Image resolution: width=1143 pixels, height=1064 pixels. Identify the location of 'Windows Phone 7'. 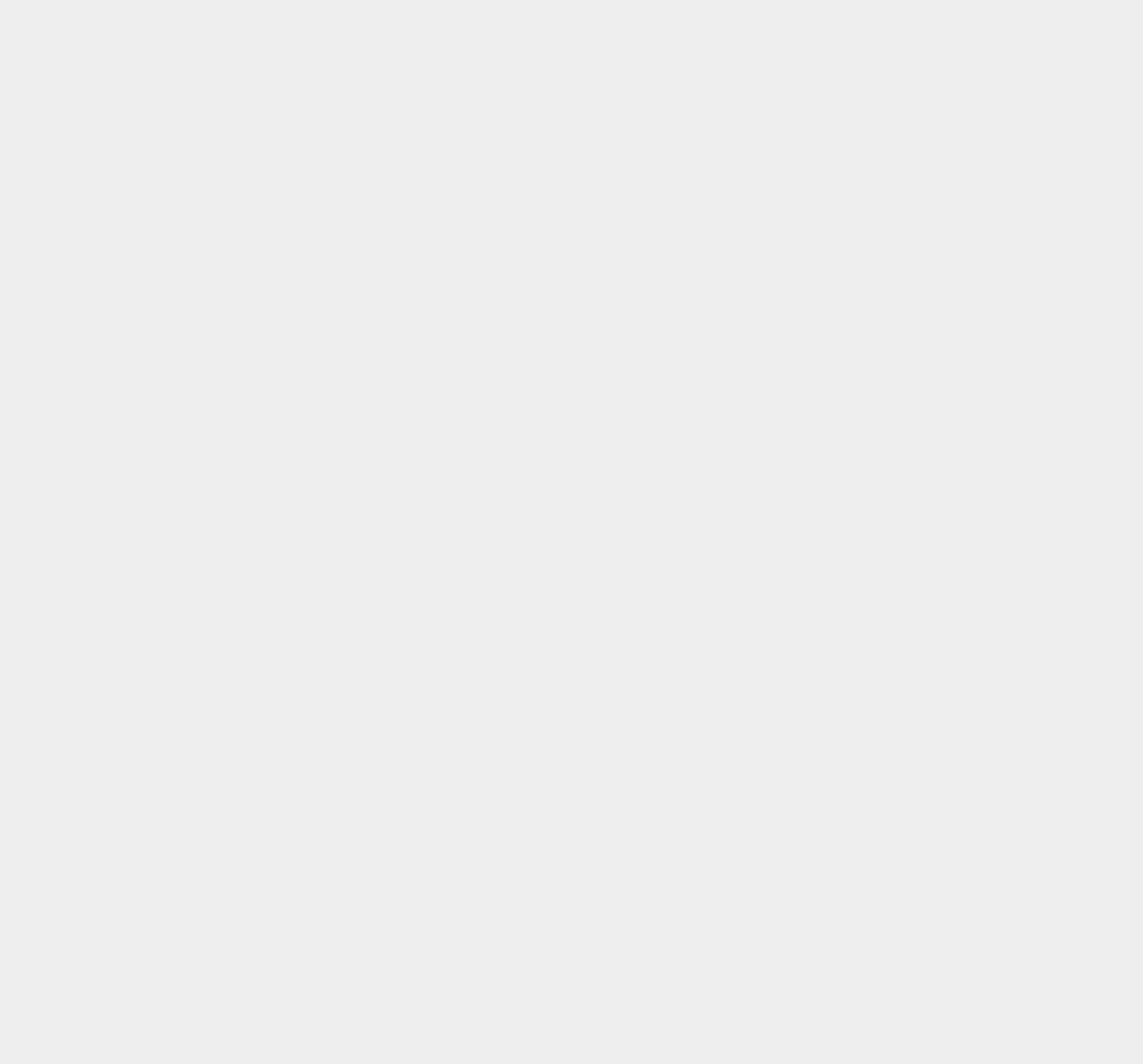
(863, 248).